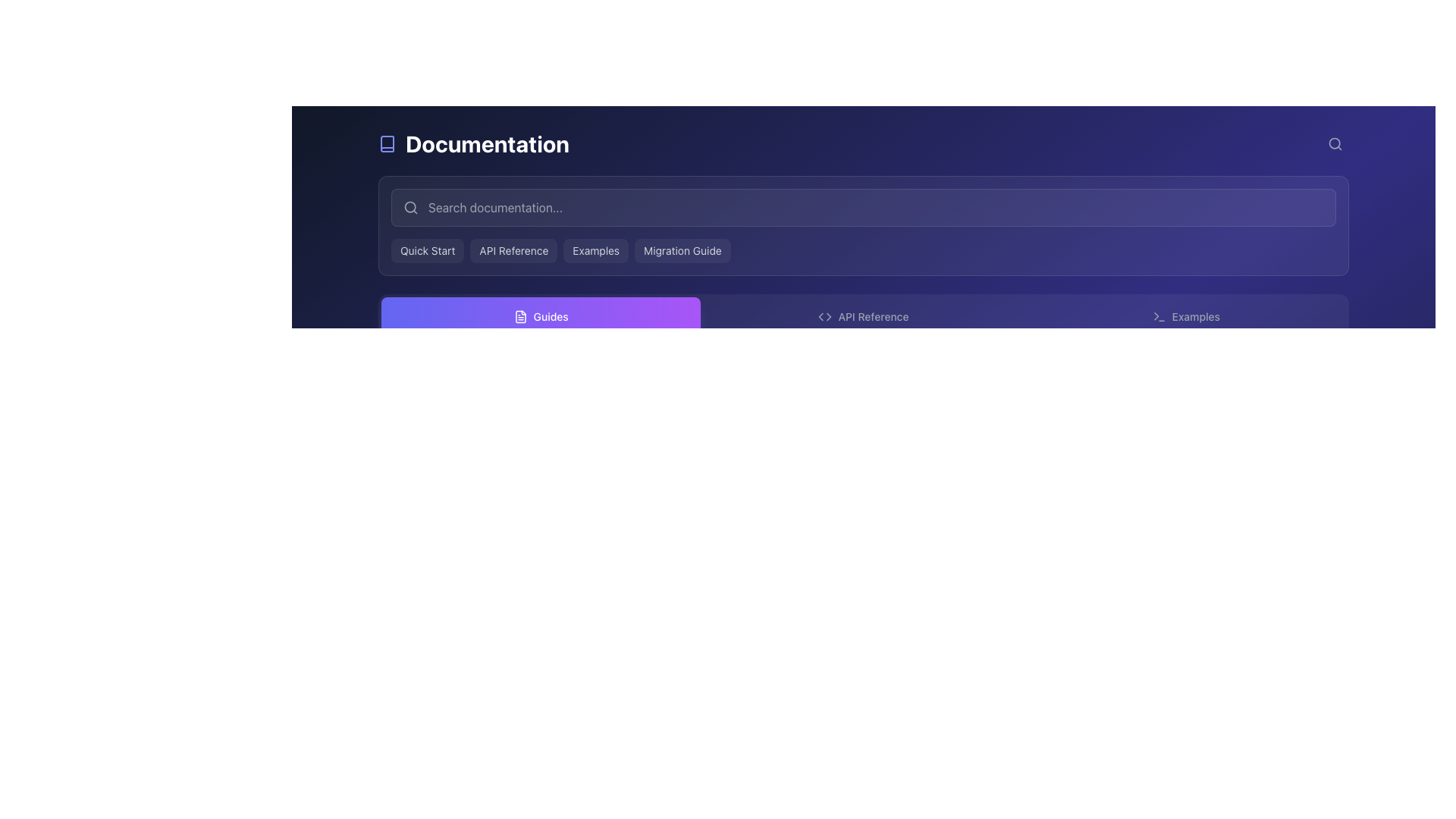 This screenshot has height=819, width=1456. I want to click on the Navigation menu bar located underneath the 'Documentation' section, so click(863, 315).